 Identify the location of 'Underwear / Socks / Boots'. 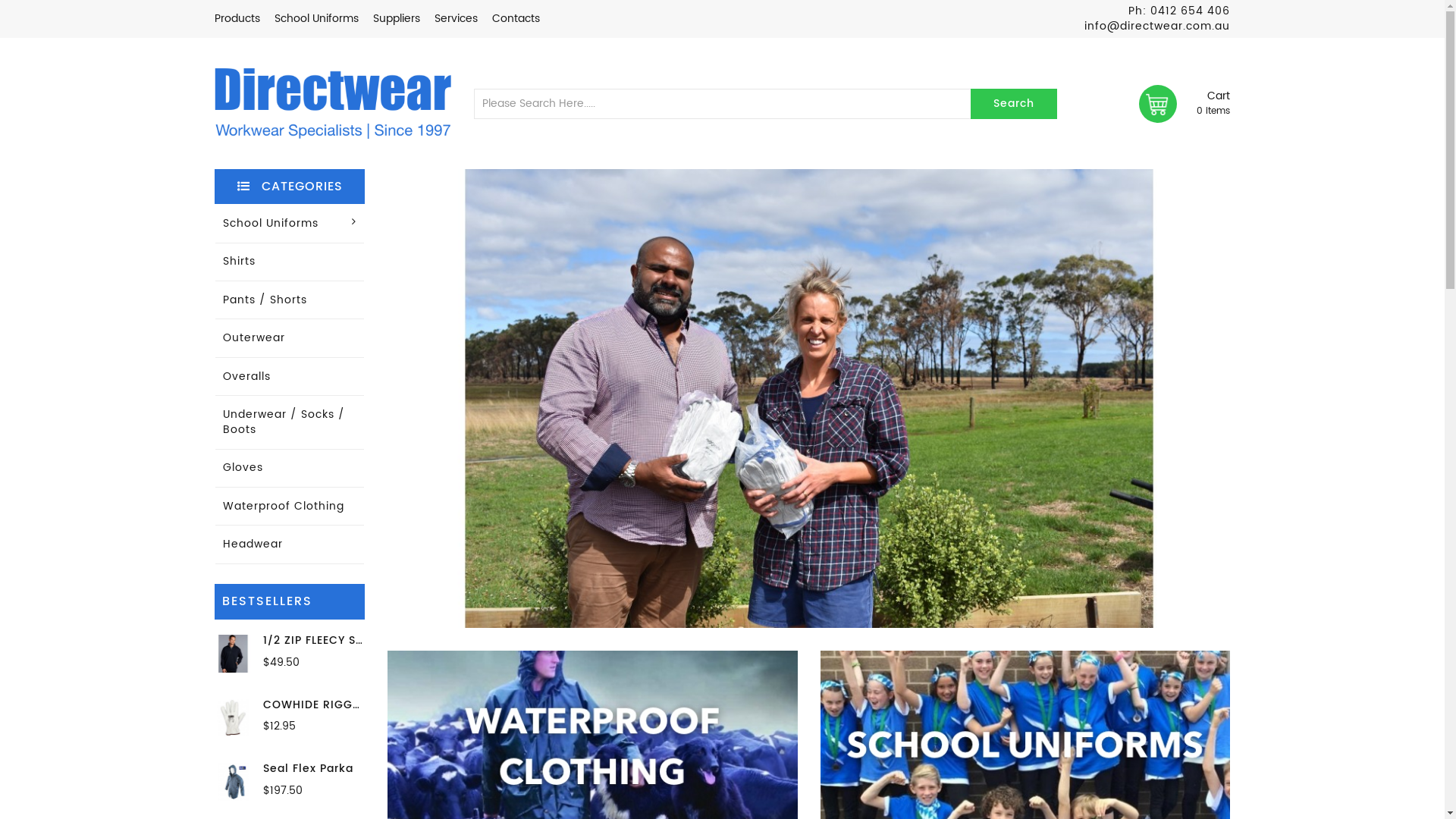
(290, 422).